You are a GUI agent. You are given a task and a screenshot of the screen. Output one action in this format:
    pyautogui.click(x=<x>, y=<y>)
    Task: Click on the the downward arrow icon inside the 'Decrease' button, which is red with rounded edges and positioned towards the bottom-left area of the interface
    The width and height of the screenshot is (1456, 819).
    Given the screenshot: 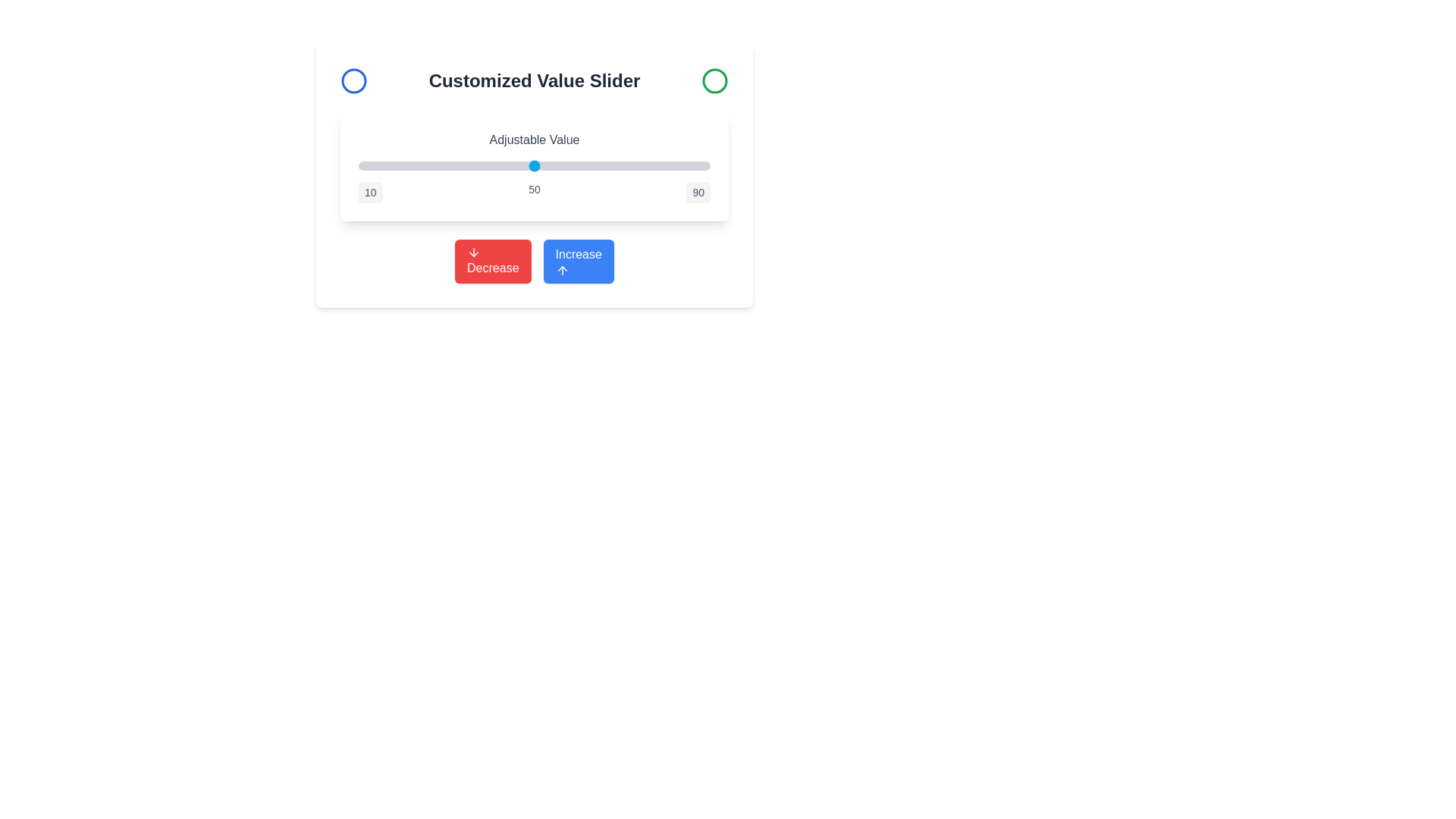 What is the action you would take?
    pyautogui.click(x=473, y=251)
    